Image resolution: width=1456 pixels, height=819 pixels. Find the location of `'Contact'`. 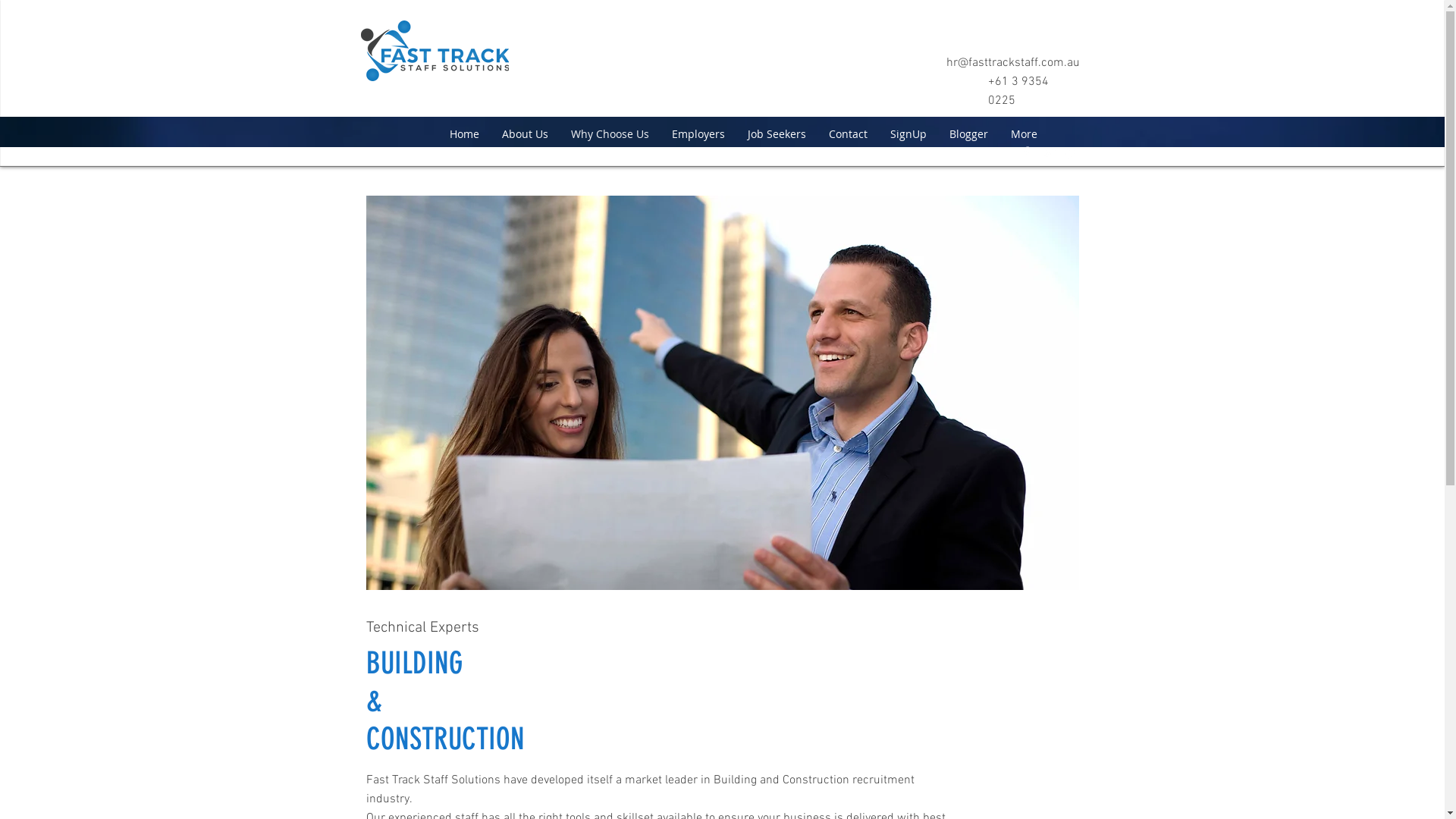

'Contact' is located at coordinates (847, 133).